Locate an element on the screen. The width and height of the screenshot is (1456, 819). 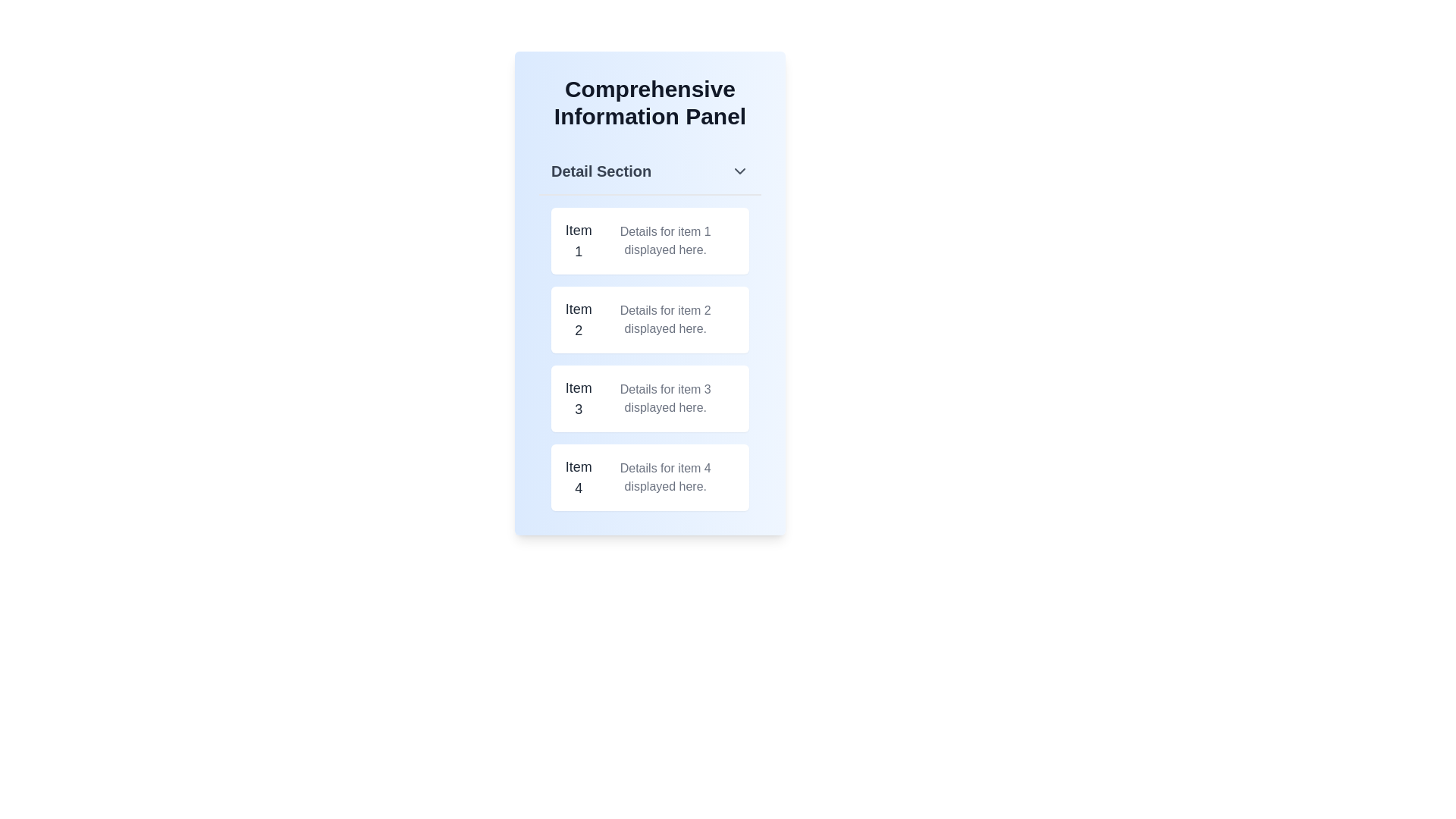
the downward-pointing chevron icon located at the top right of the 'Detail Section' header is located at coordinates (739, 171).